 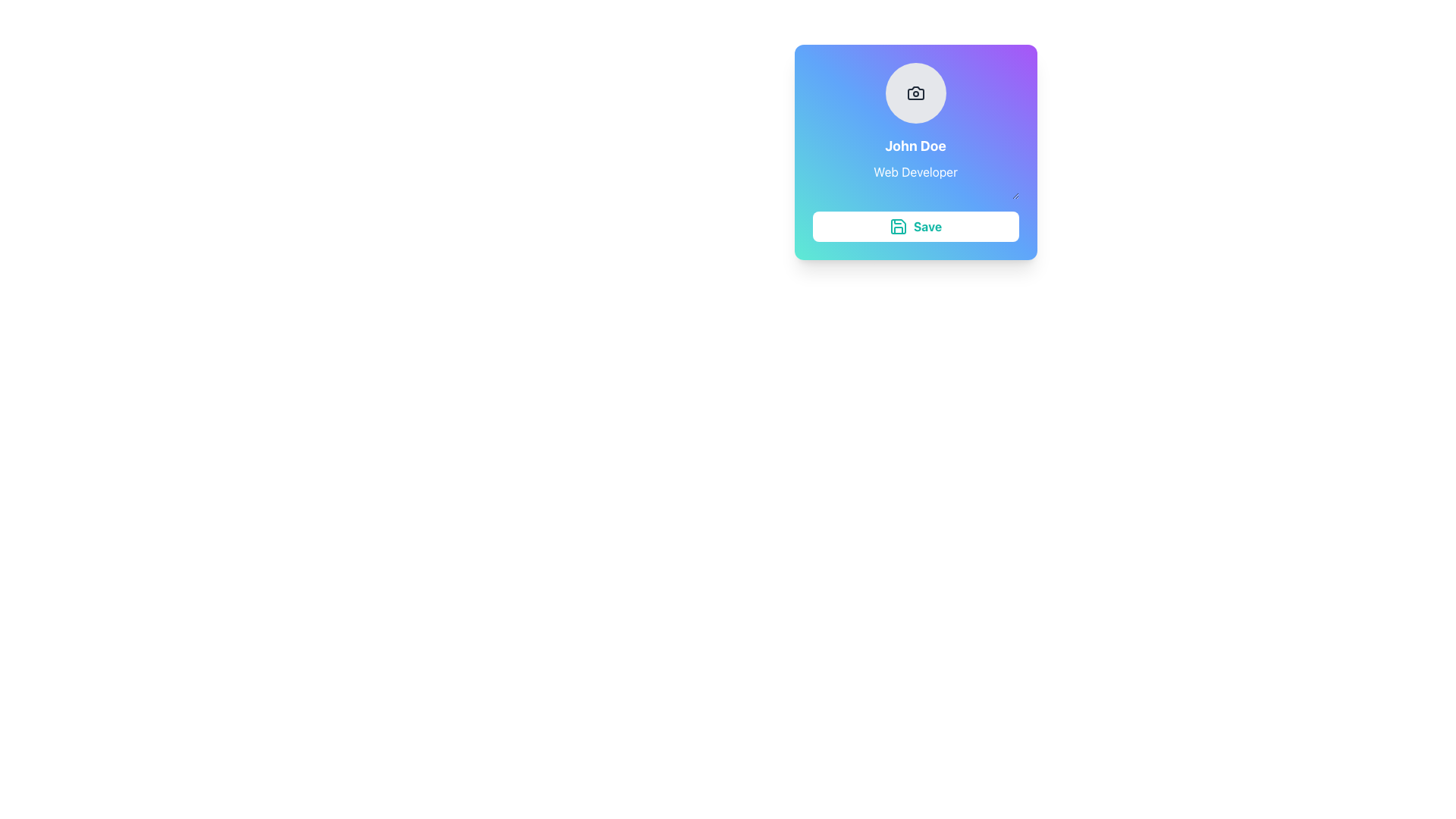 I want to click on the 'Save' button, which has a white background, teal text, and a floppy disk icon, located centrally below the text fields for 'John Doe' and 'Web Developer', so click(x=915, y=227).